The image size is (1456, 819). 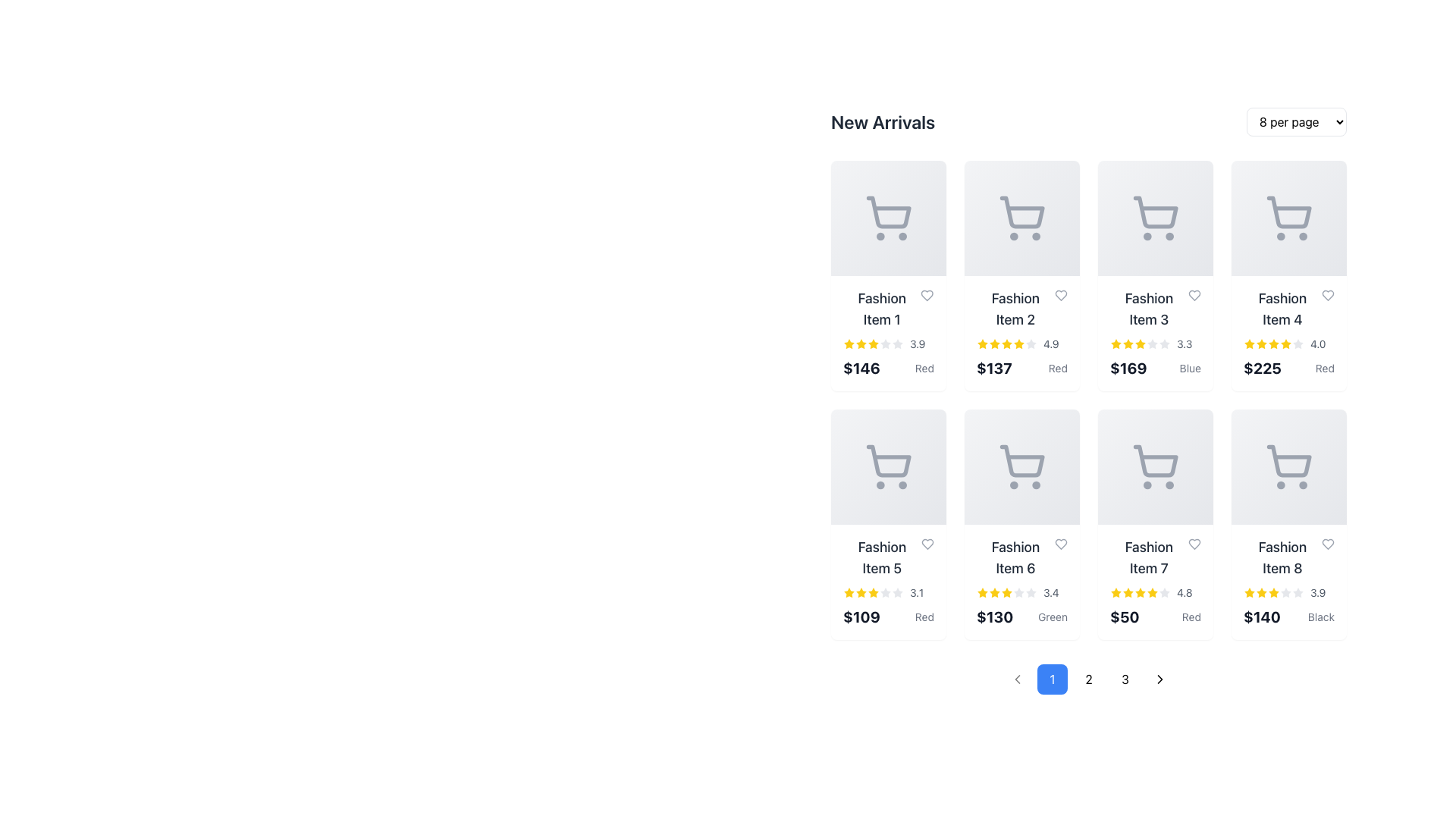 What do you see at coordinates (848, 344) in the screenshot?
I see `the yellow rating icon located in the top-left corner of the 'New Arrivals' section, which visually represents a rating value of '3.9'` at bounding box center [848, 344].